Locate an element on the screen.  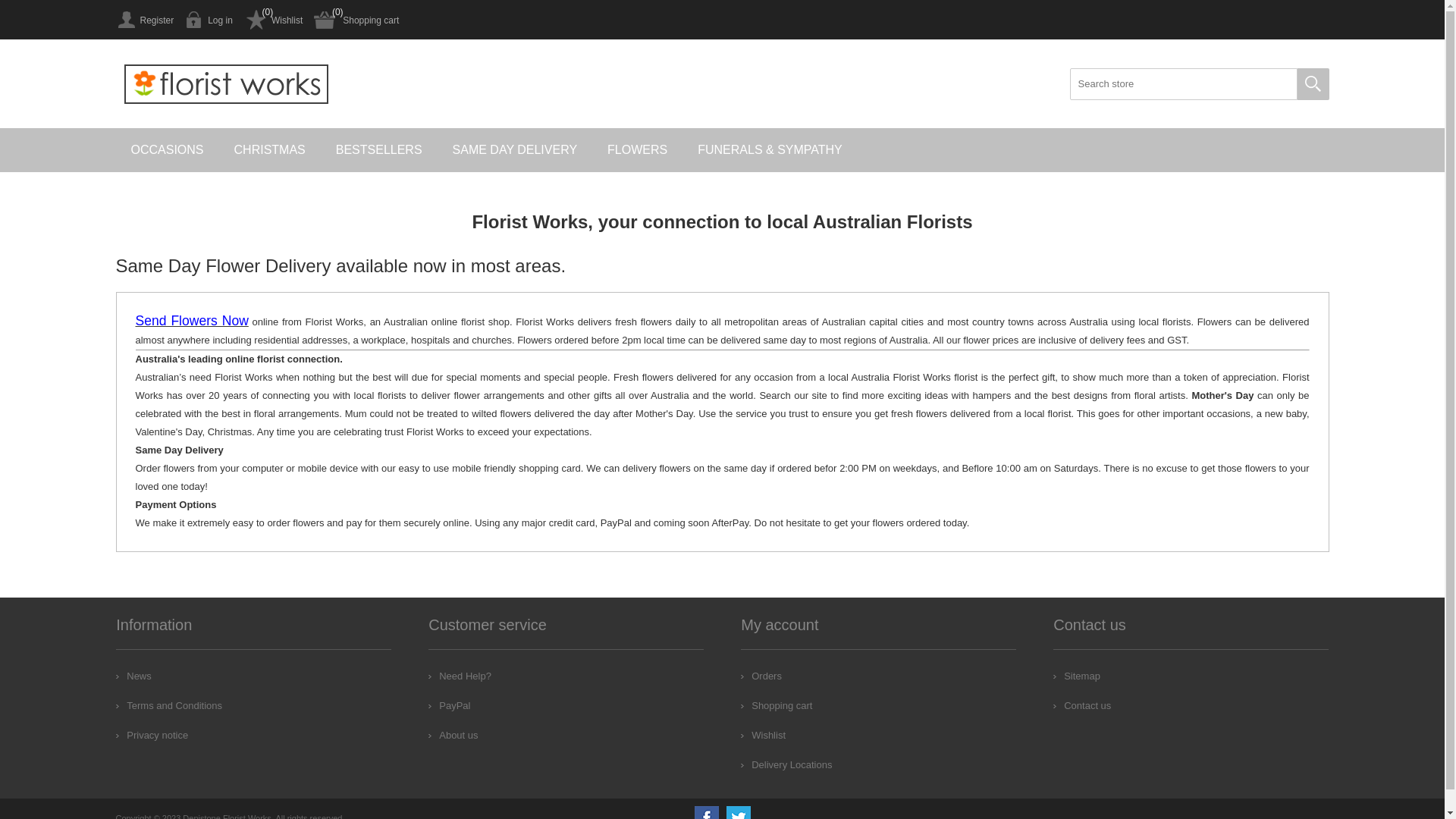
'Shopping cart' is located at coordinates (776, 705).